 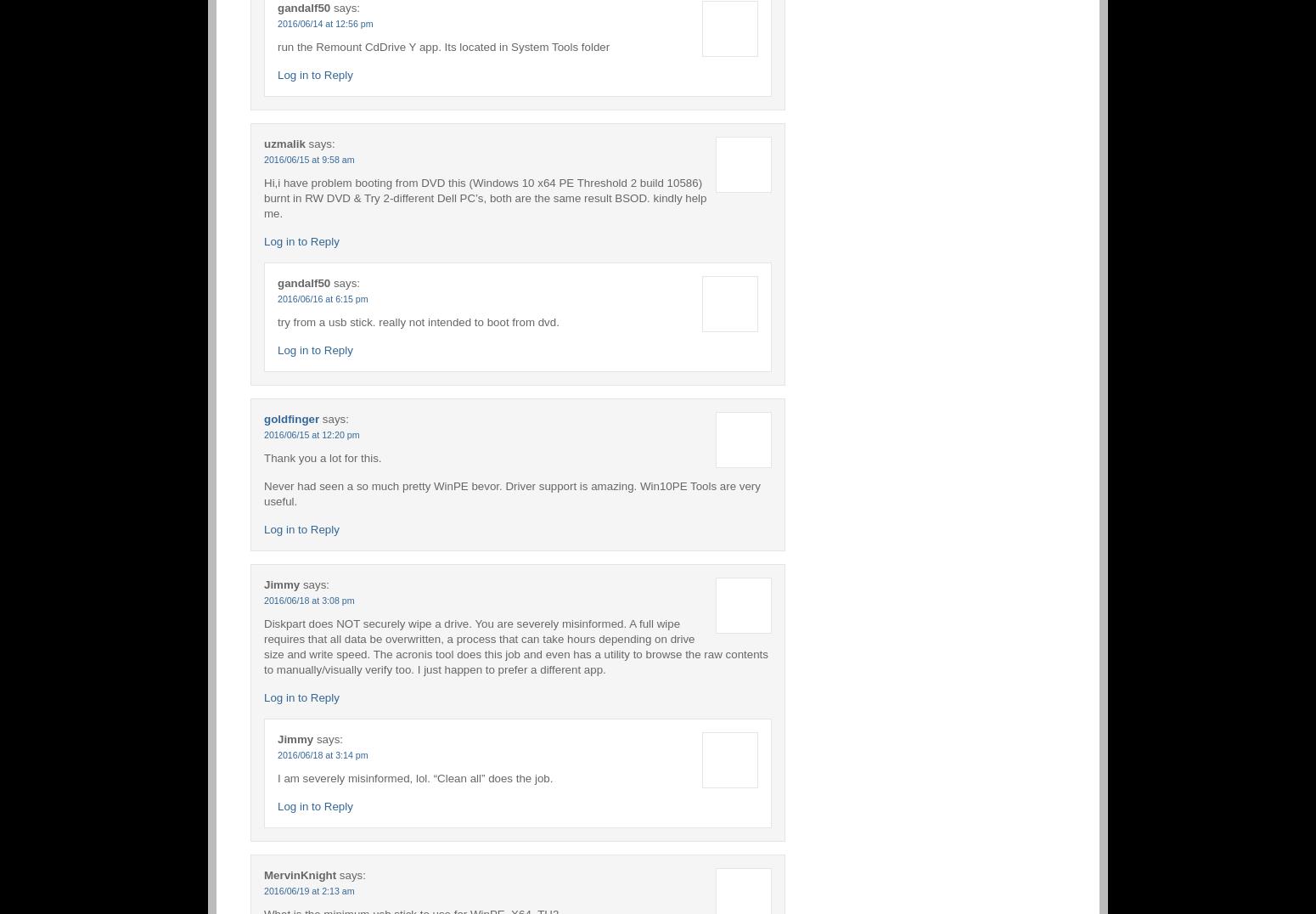 I want to click on 'Never had seen a so much pretty WinPE bevor. Driver support is amazing.  Win10PE Tools are very useful.', so click(x=263, y=492).